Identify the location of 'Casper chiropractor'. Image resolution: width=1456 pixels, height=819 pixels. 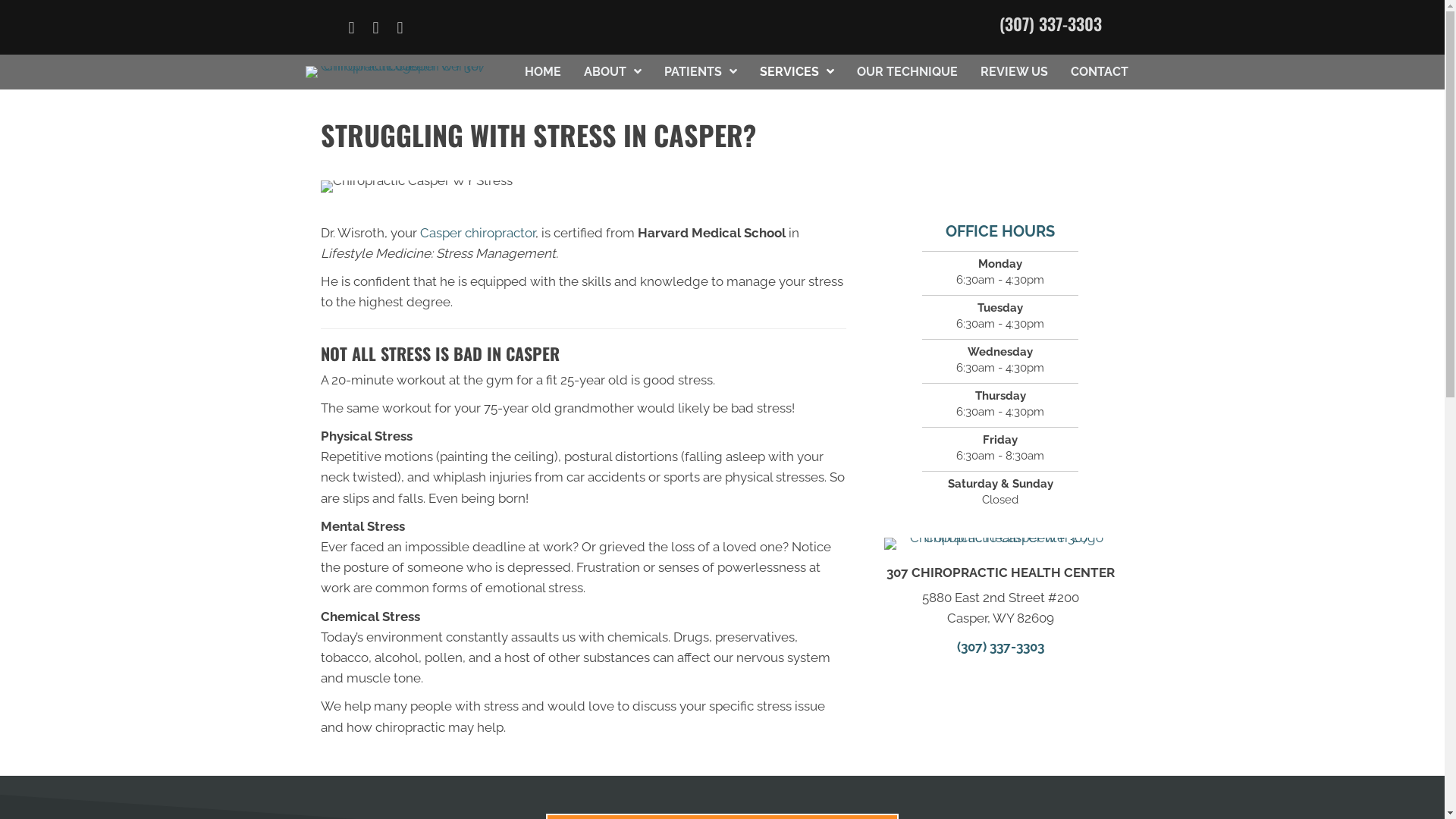
(476, 233).